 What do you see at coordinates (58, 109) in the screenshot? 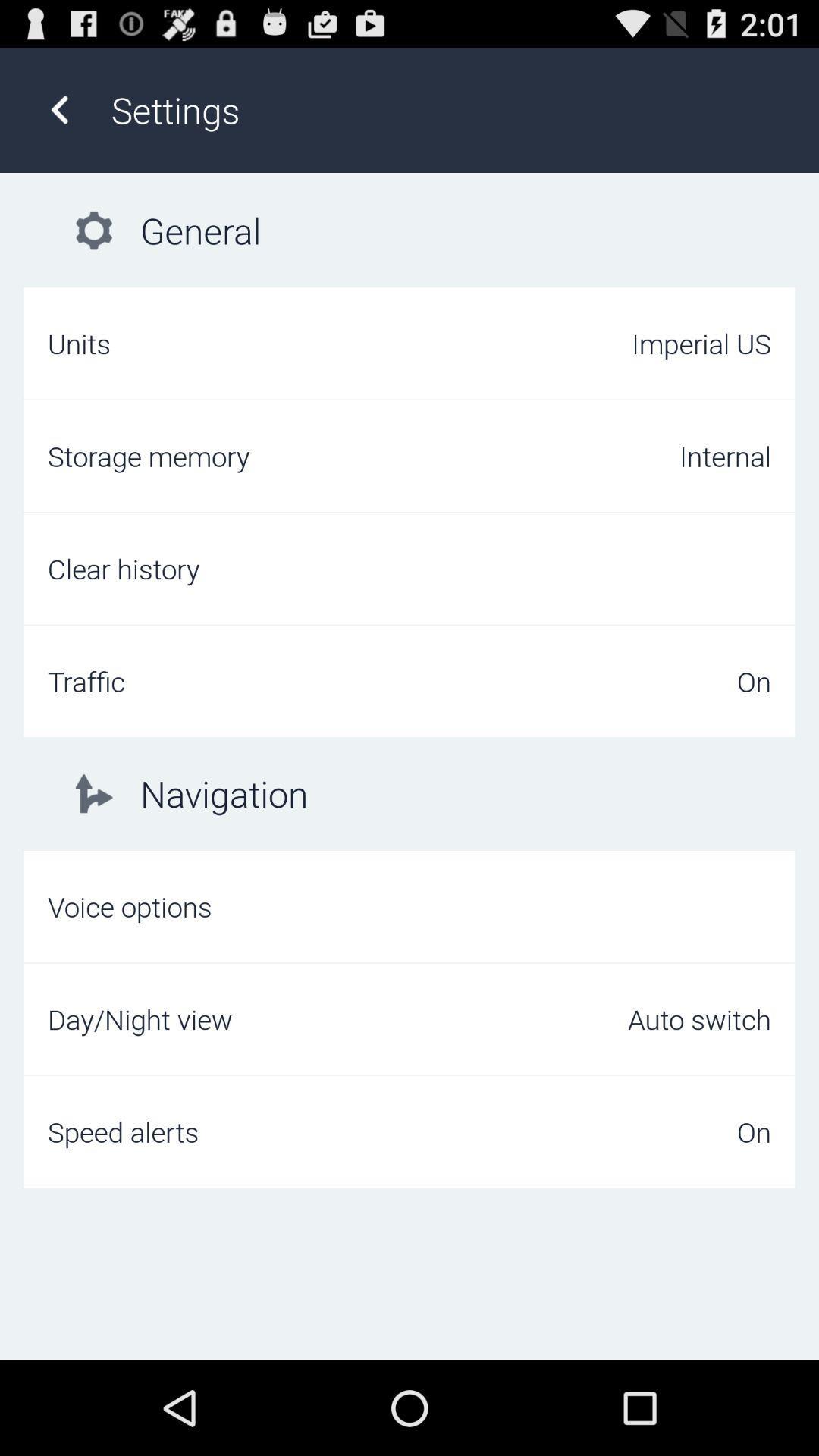
I see `icon next to settings` at bounding box center [58, 109].